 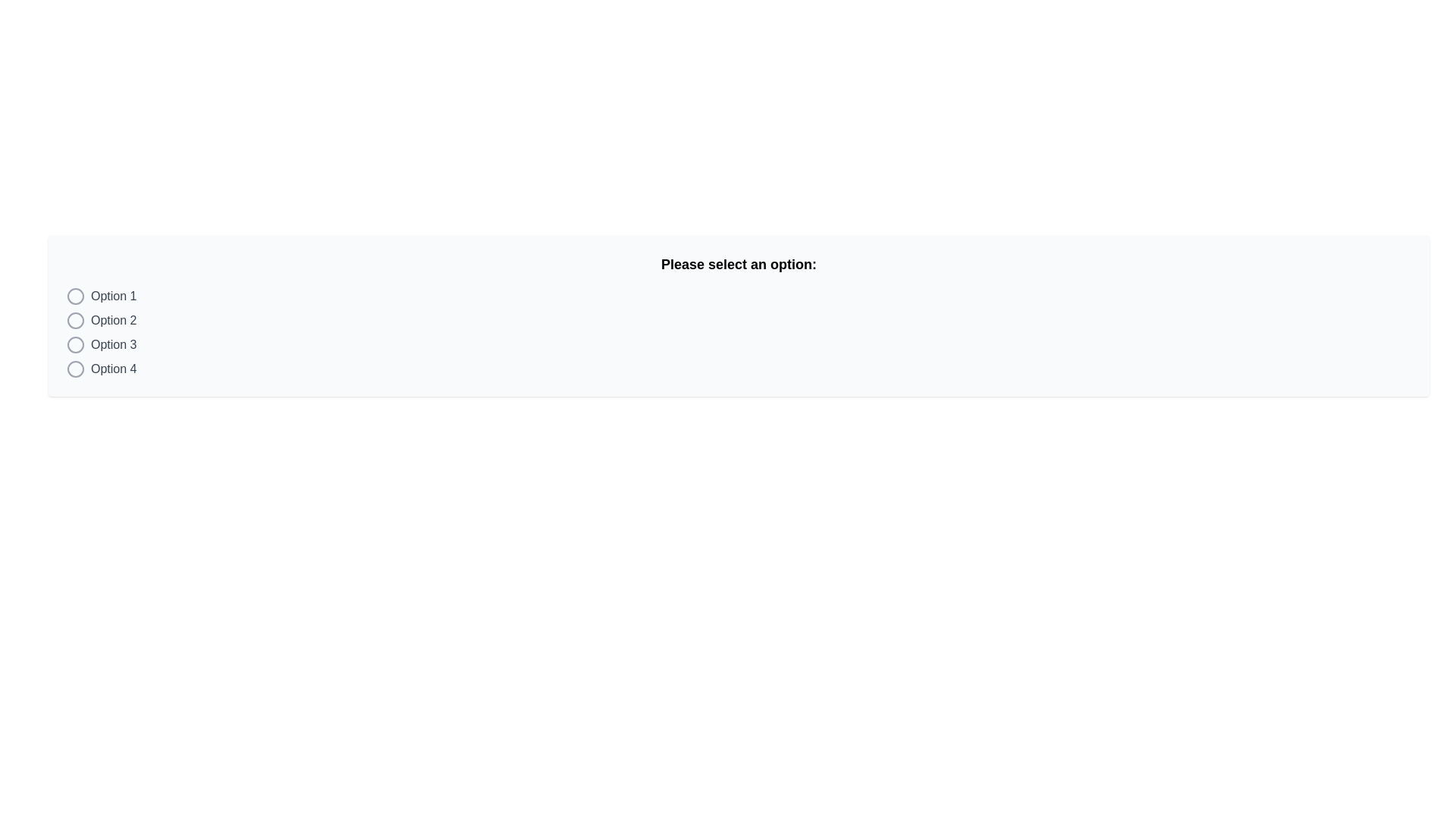 I want to click on the active radio button for 'Option 2', so click(x=75, y=320).